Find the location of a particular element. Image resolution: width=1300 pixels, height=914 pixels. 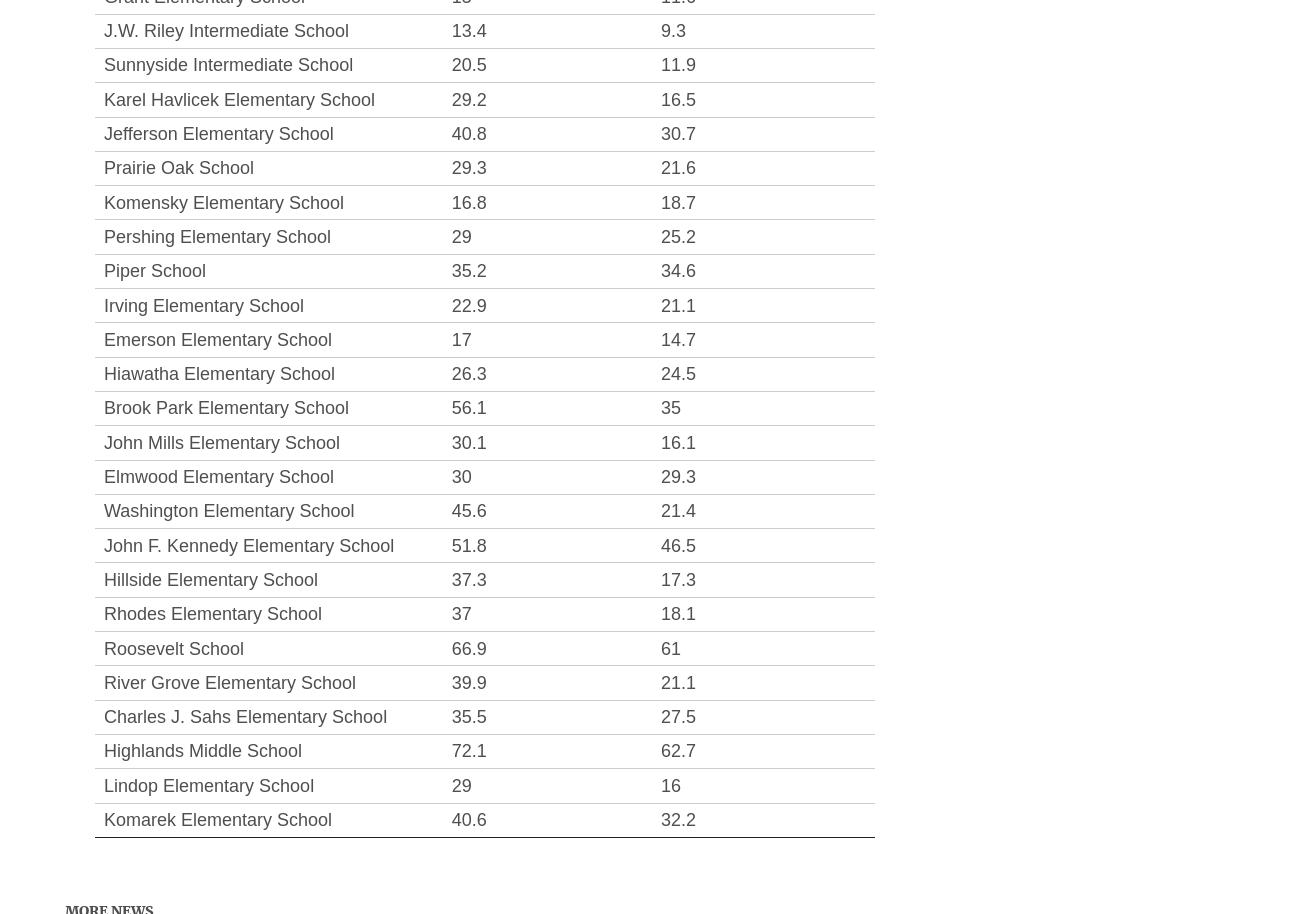

'Highlands Middle School' is located at coordinates (203, 751).